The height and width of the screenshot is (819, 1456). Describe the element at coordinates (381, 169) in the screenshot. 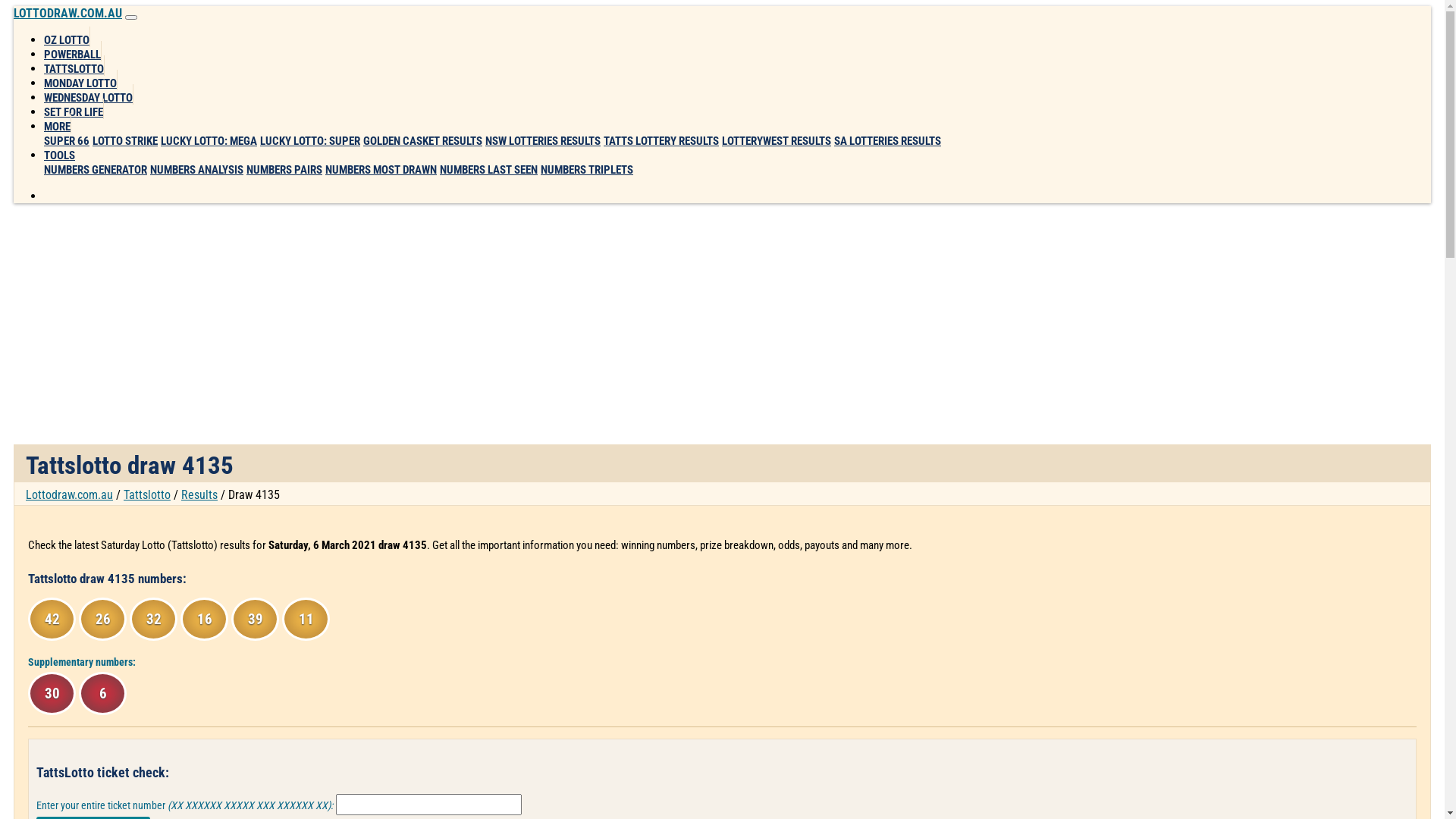

I see `'NUMBERS MOST DRAWN'` at that location.